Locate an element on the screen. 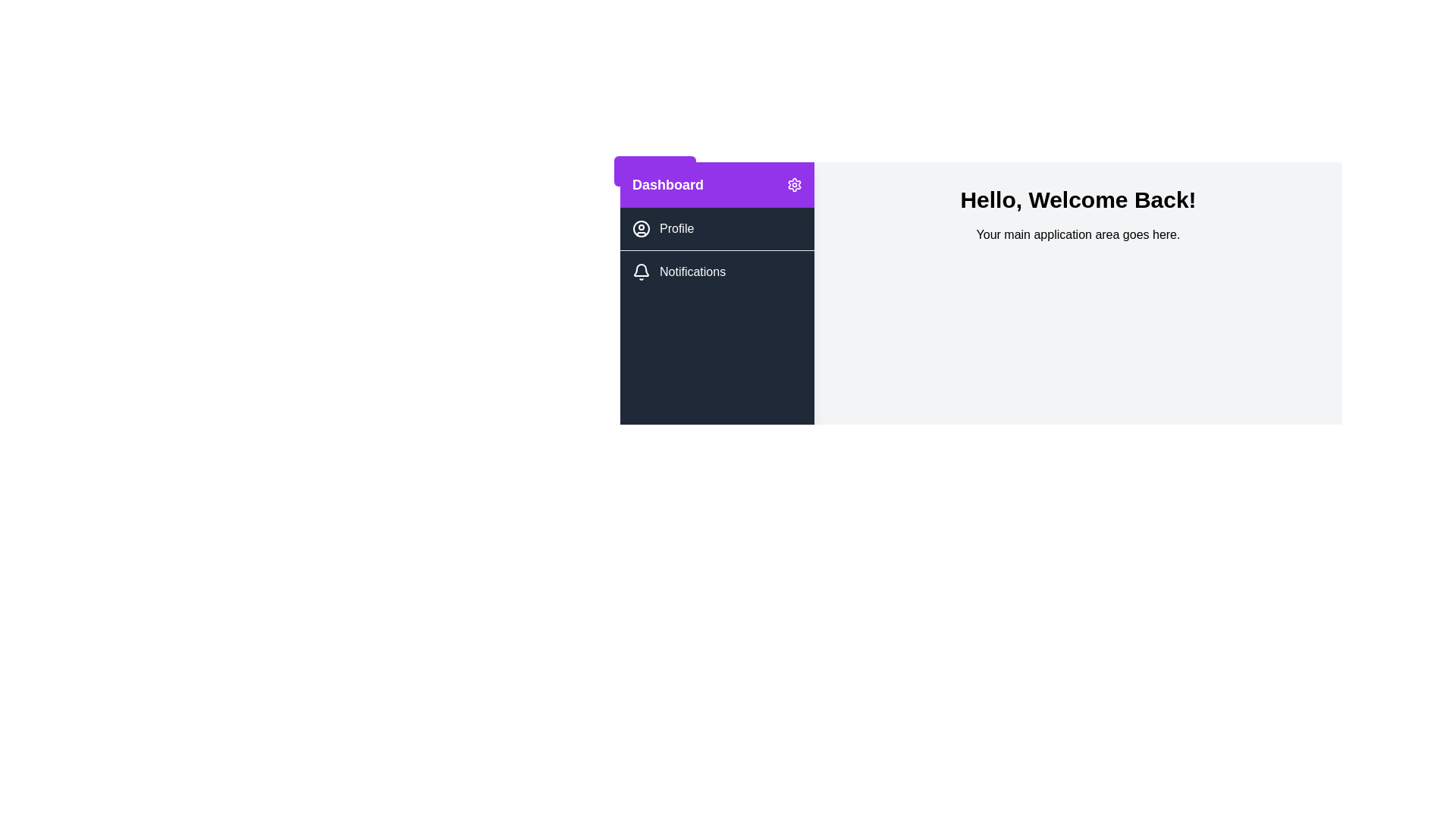 The height and width of the screenshot is (819, 1456). the gear-shaped icon button with a purple background located in the top-right corner of the purple 'Dashboard' top bar is located at coordinates (793, 184).